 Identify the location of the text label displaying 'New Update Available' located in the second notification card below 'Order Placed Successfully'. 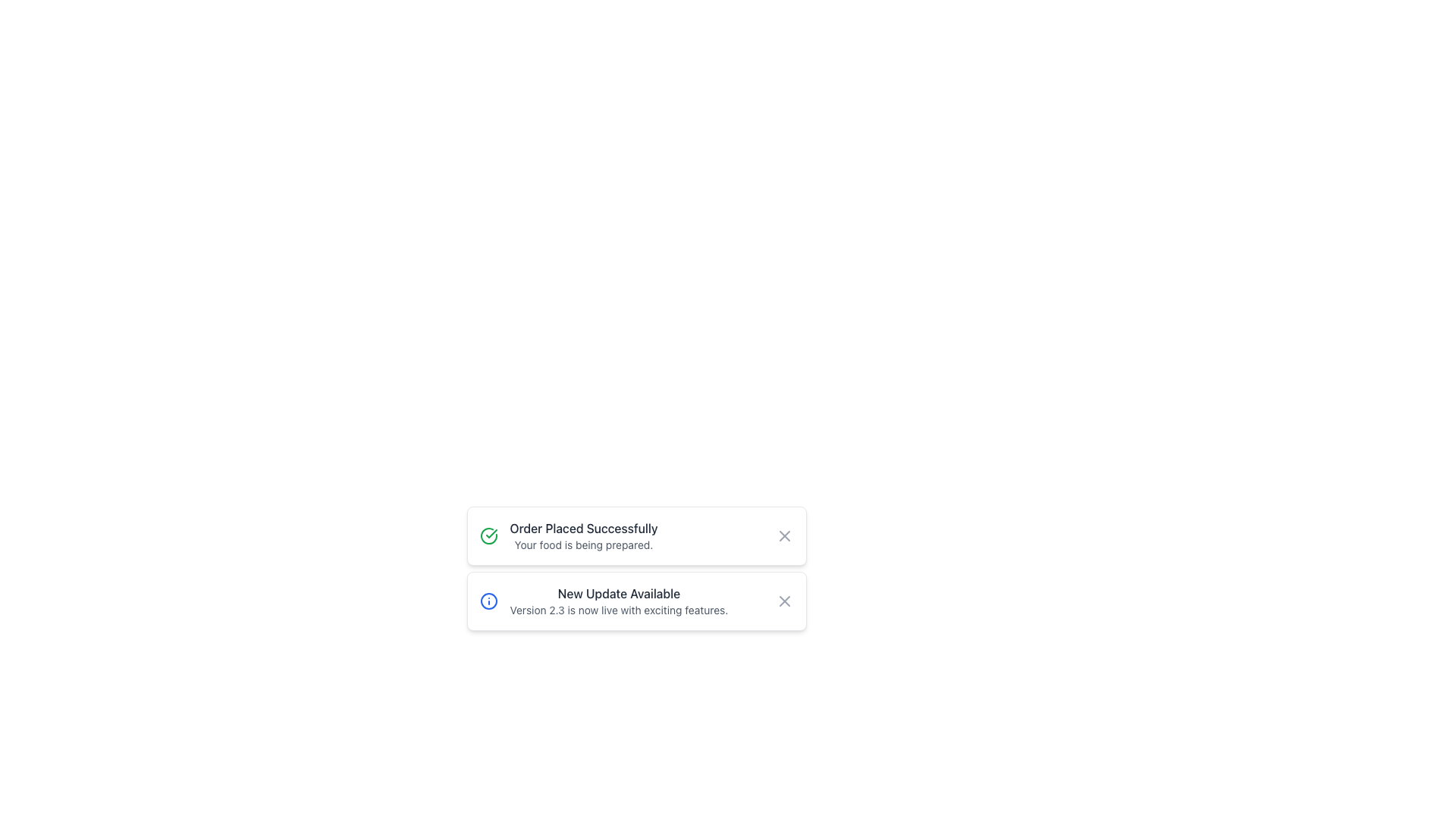
(619, 593).